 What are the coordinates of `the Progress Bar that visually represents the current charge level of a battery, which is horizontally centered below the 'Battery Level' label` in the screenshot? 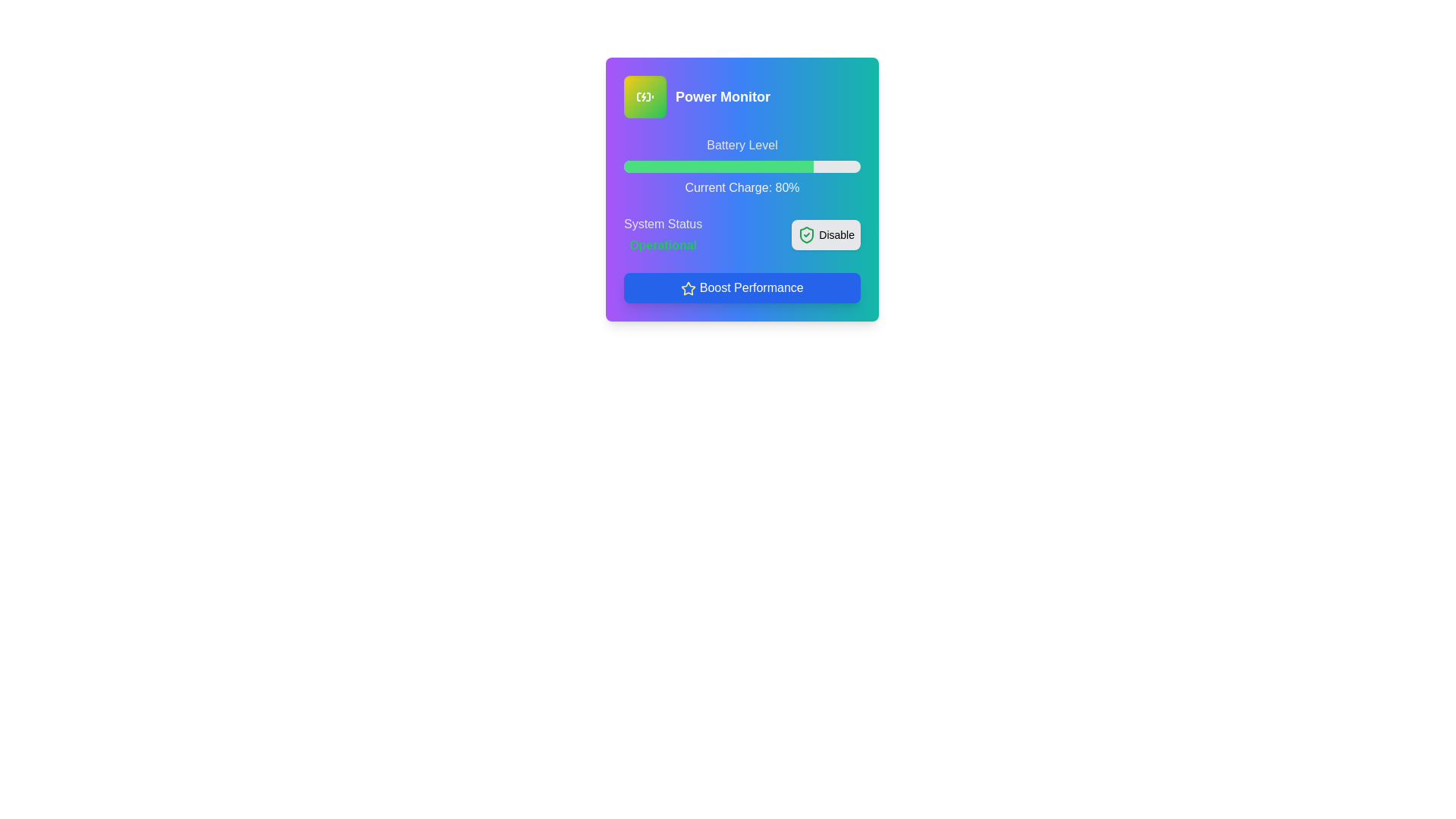 It's located at (717, 166).